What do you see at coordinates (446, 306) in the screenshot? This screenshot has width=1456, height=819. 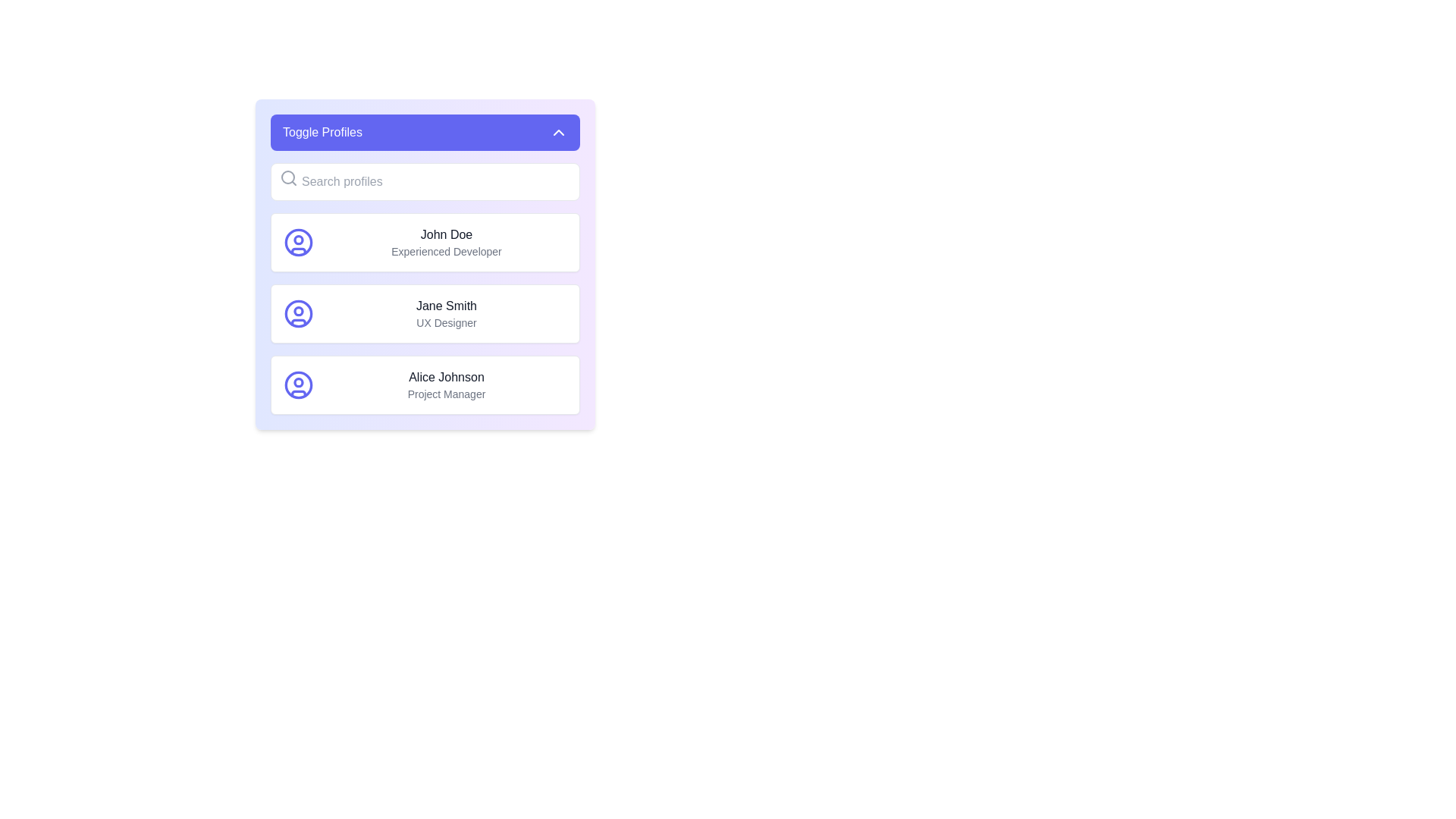 I see `the user's name text element displayed in the profile card, which serves as an identifier above the subtitle 'UX Designer'` at bounding box center [446, 306].